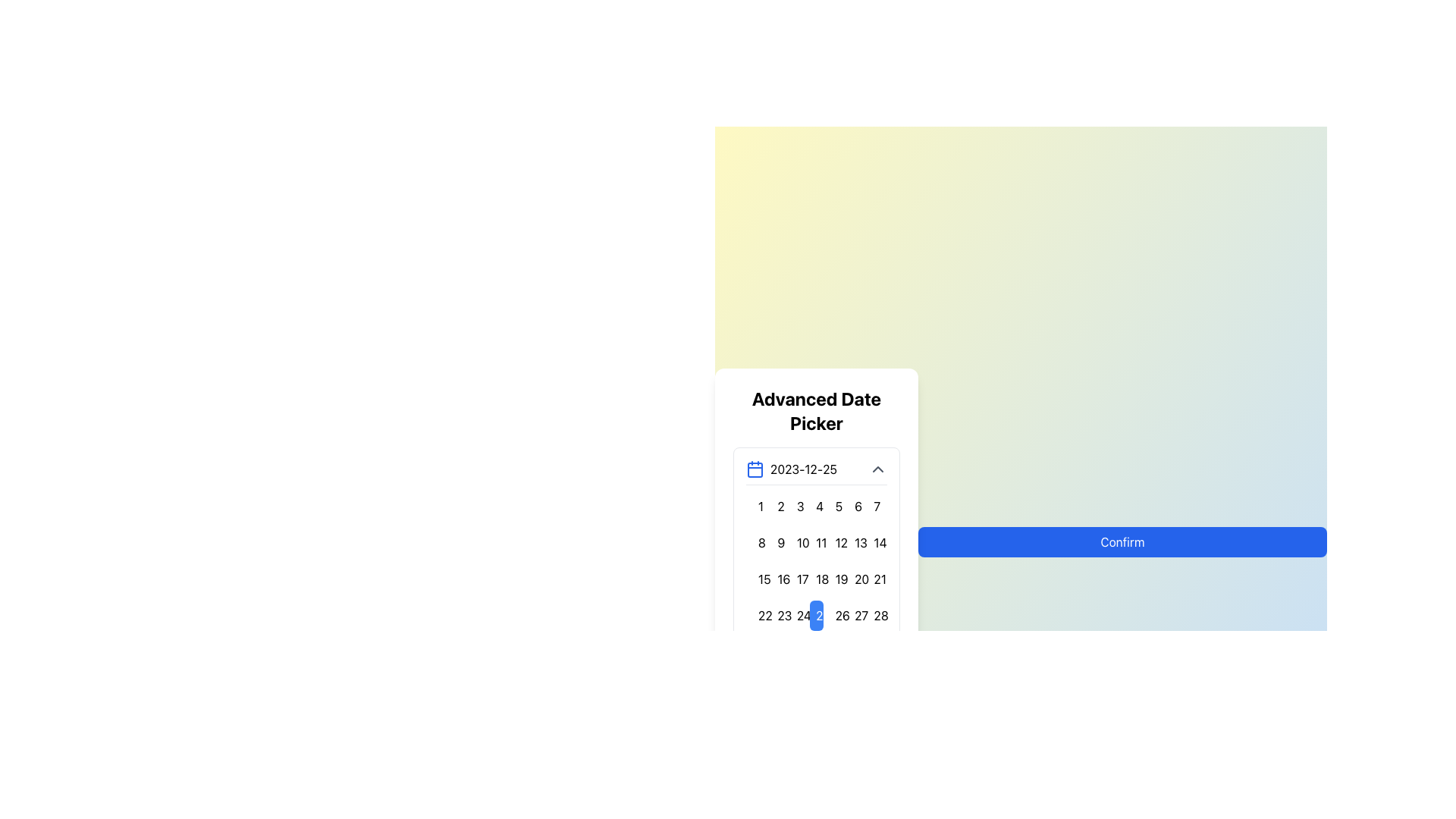  What do you see at coordinates (855, 579) in the screenshot?
I see `the selectable day '20' in the calendar interface to trigger a visual effect` at bounding box center [855, 579].